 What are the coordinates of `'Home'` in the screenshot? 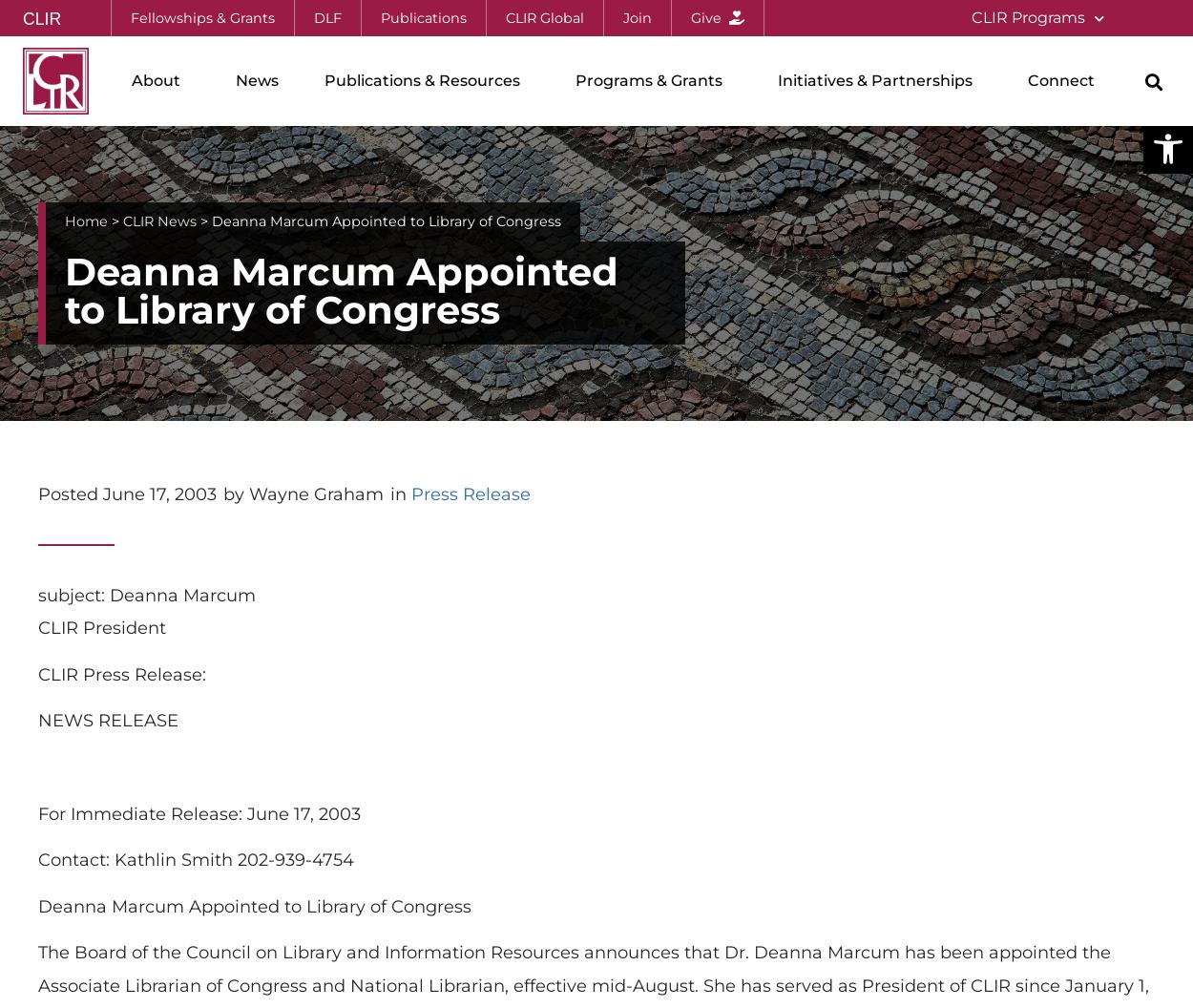 It's located at (85, 220).